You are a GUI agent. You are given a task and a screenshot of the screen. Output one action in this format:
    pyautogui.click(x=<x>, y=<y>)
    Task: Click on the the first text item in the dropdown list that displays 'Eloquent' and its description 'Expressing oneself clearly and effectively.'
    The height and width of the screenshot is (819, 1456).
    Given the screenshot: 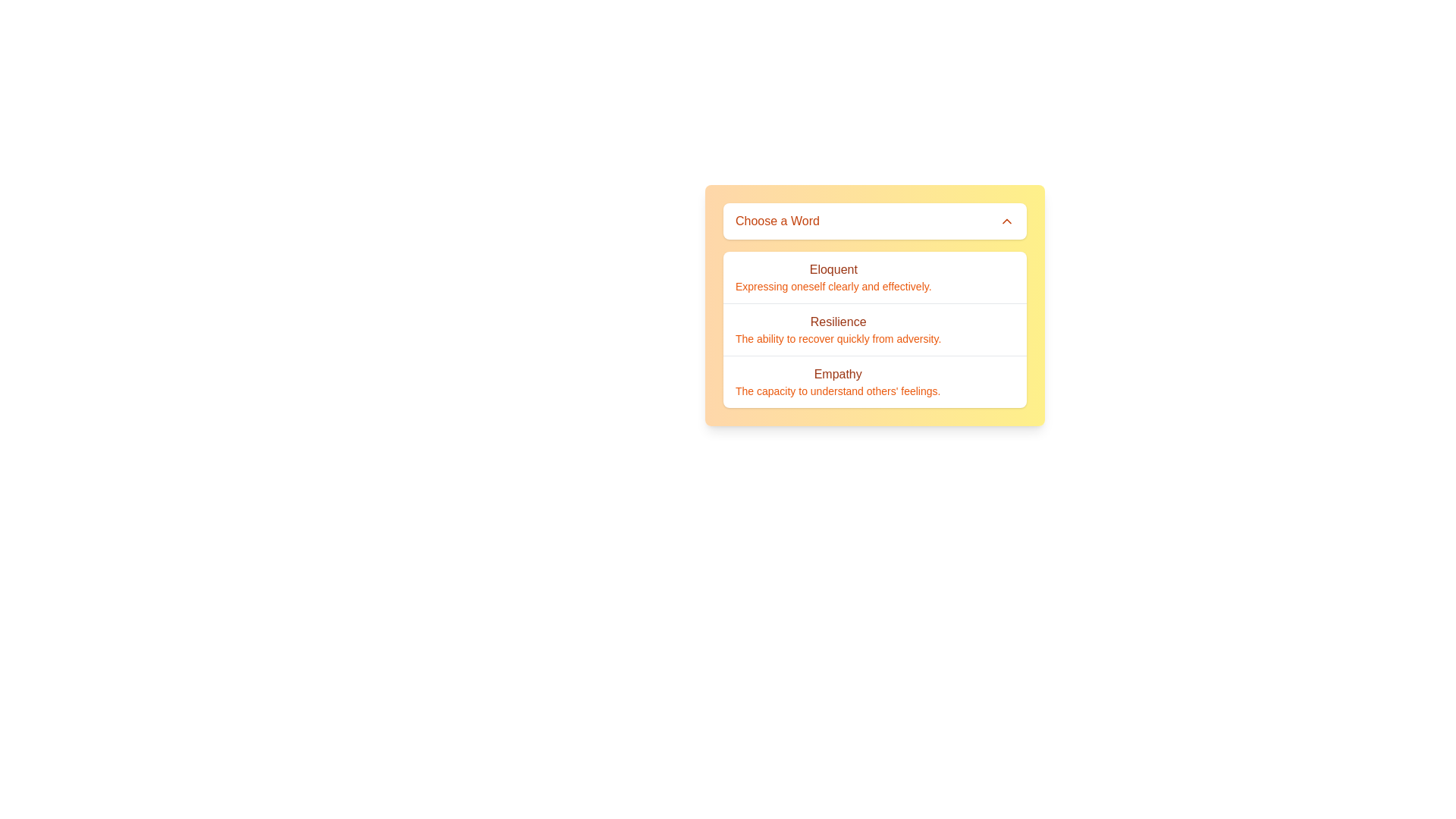 What is the action you would take?
    pyautogui.click(x=833, y=278)
    